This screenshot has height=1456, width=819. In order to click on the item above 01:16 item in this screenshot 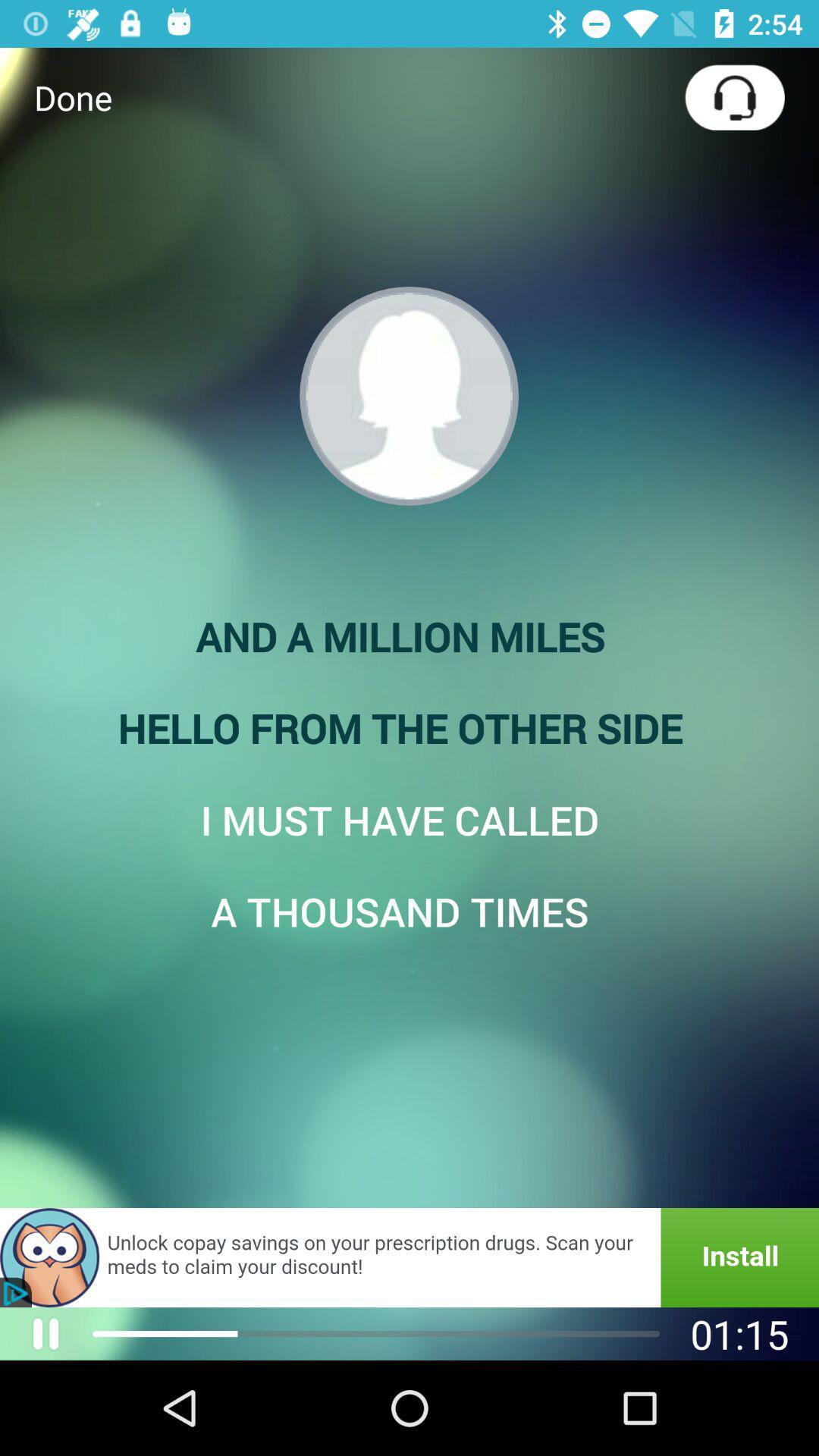, I will do `click(409, 1257)`.